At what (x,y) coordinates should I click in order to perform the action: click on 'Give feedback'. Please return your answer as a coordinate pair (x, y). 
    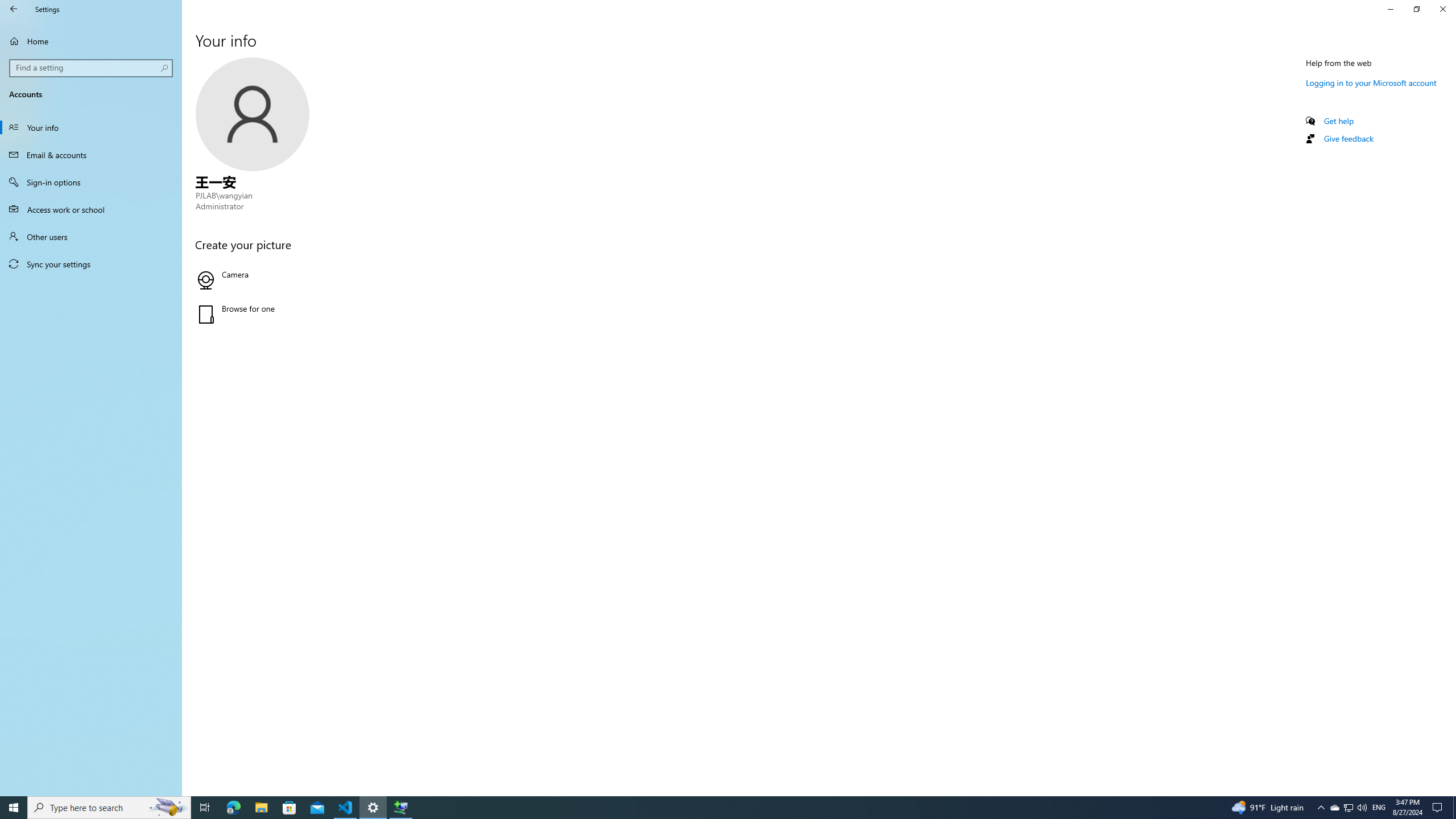
    Looking at the image, I should click on (1347, 138).